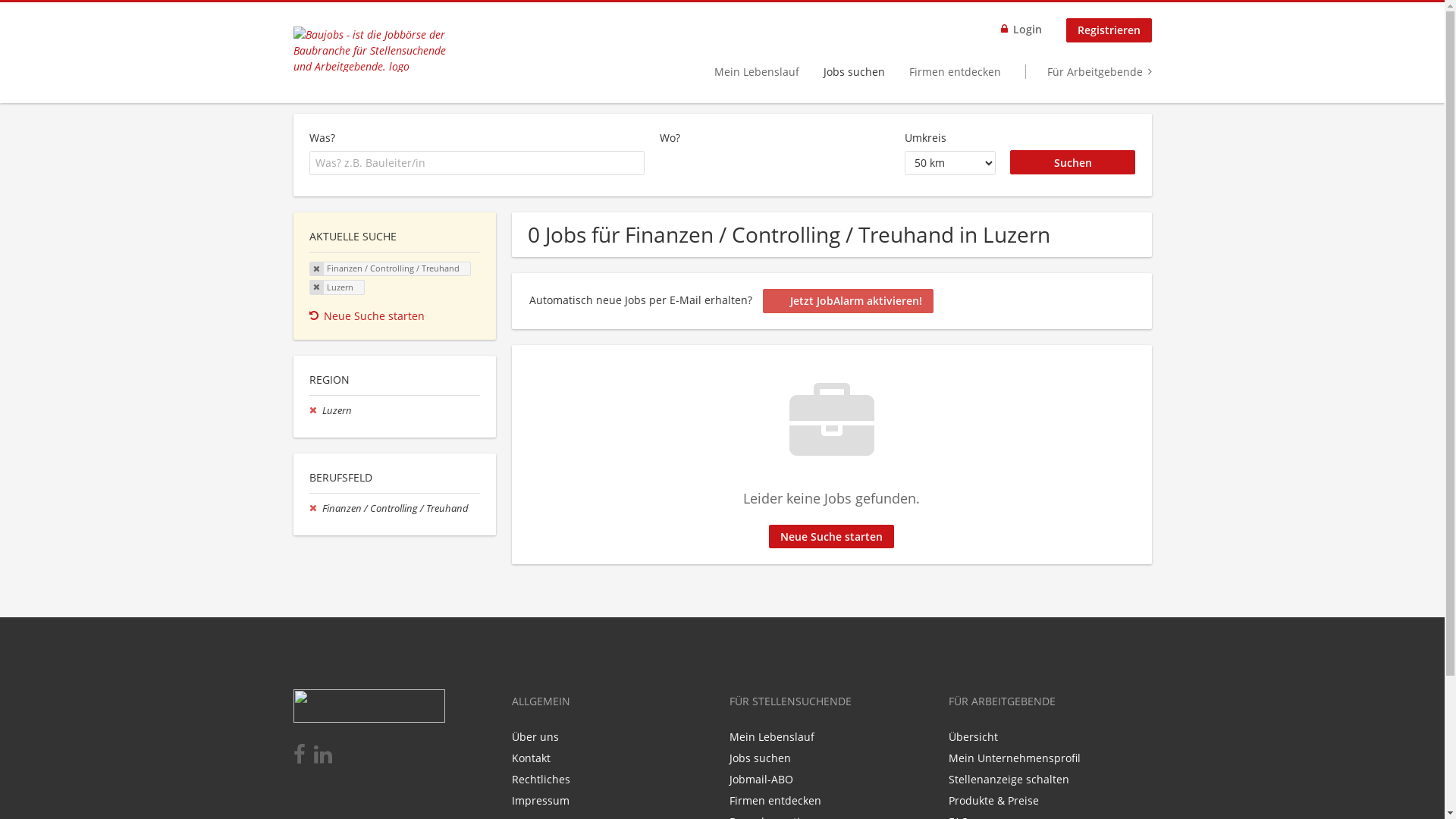 This screenshot has width=1456, height=819. I want to click on 'Produkte & Preise', so click(948, 799).